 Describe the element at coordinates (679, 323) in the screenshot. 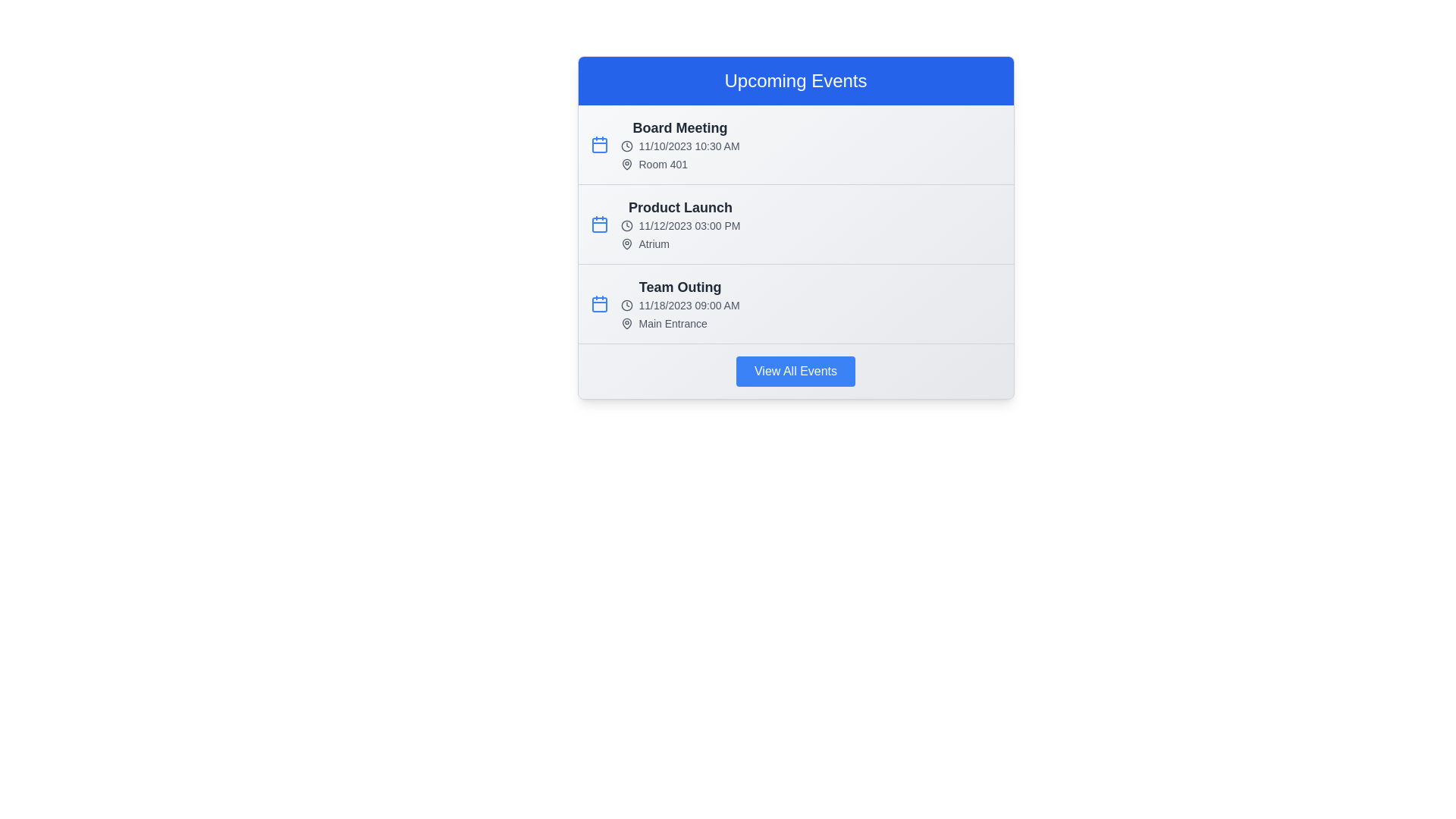

I see `the pin icon to the left of the 'Main Entrance' text label located at the bottom of the 'Team Outing' event card for further interaction possibilities` at that location.